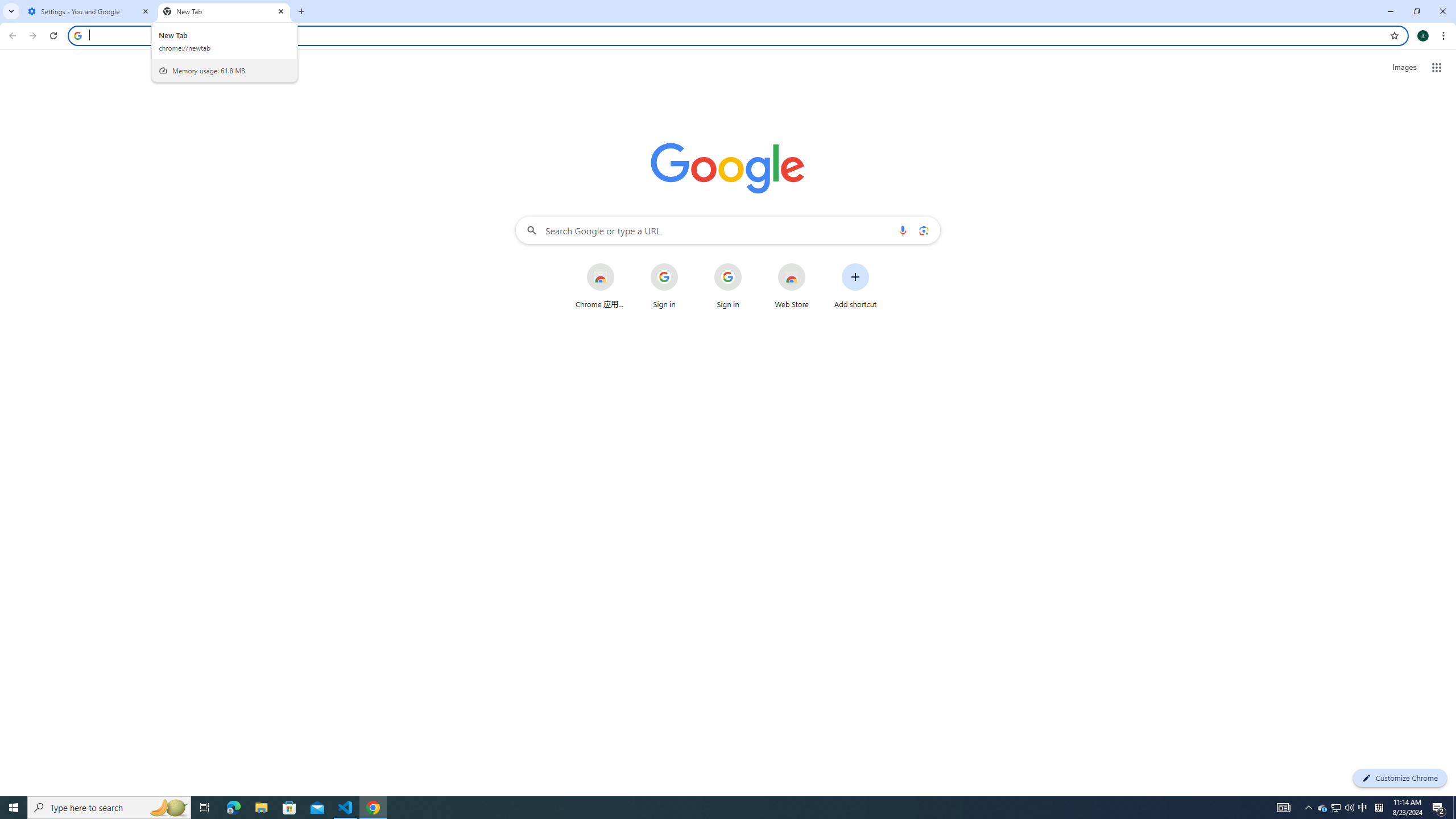  Describe the element at coordinates (1400, 777) in the screenshot. I see `'Customize Chrome'` at that location.